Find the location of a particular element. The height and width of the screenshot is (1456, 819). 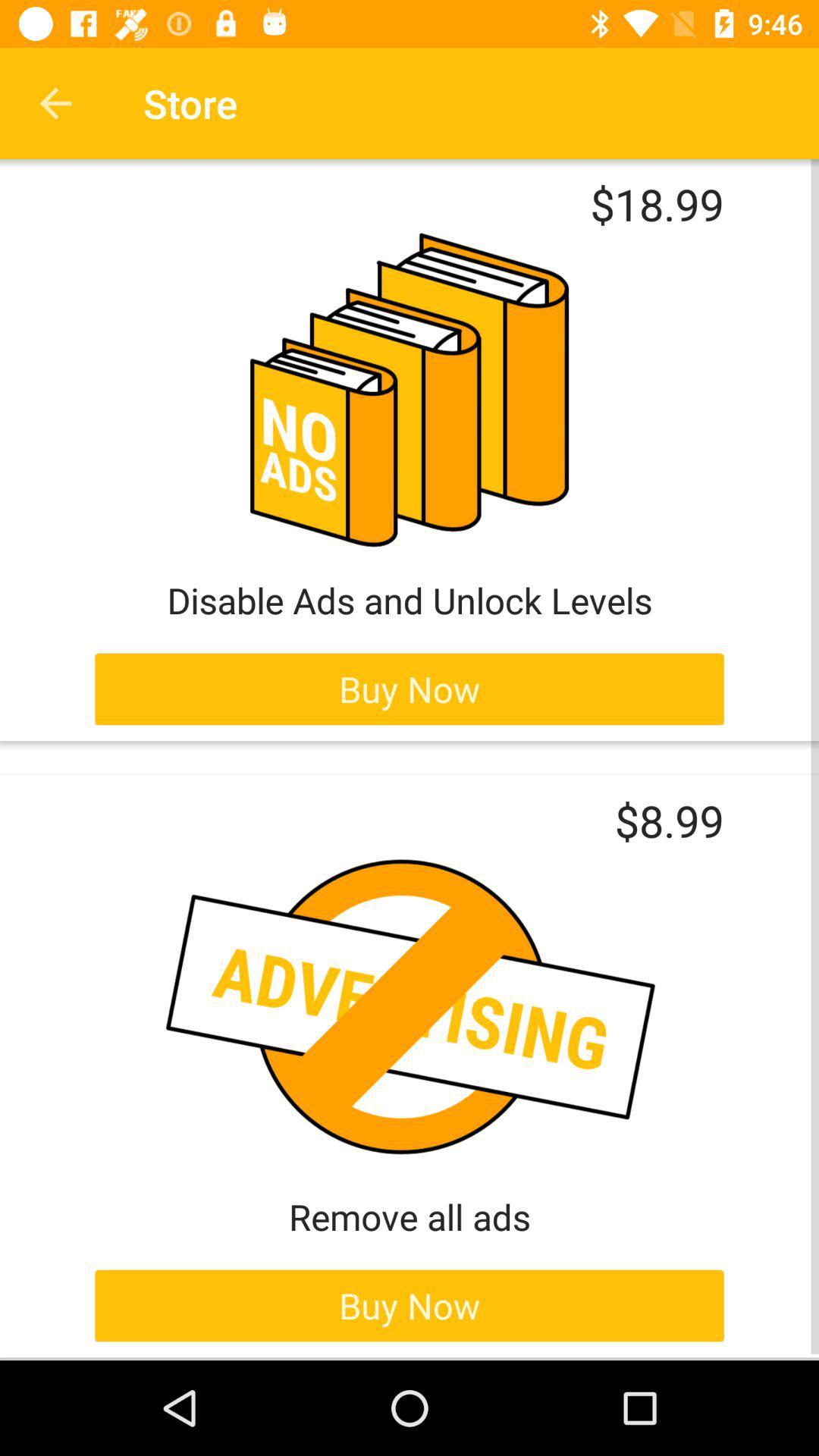

icon next to the store item is located at coordinates (55, 102).